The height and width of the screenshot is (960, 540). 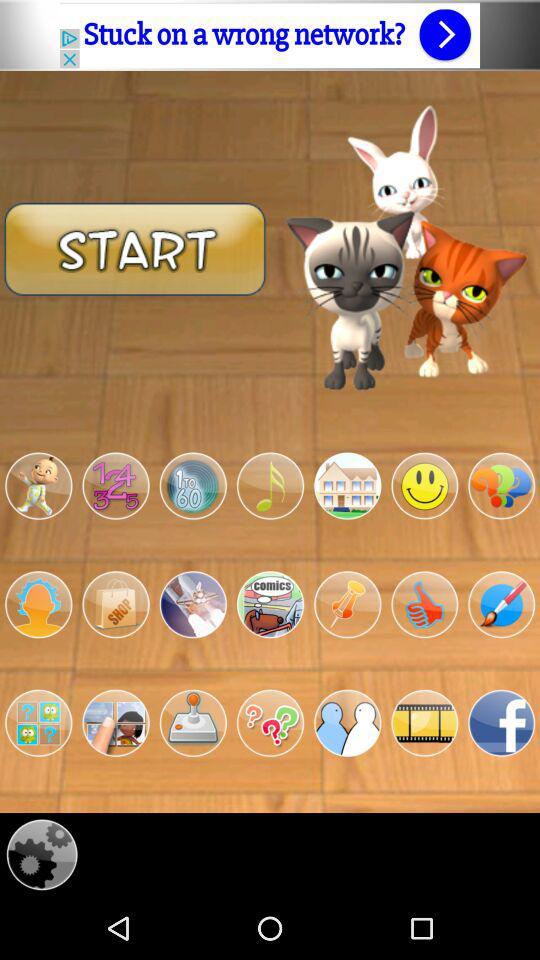 I want to click on pin something, so click(x=346, y=603).